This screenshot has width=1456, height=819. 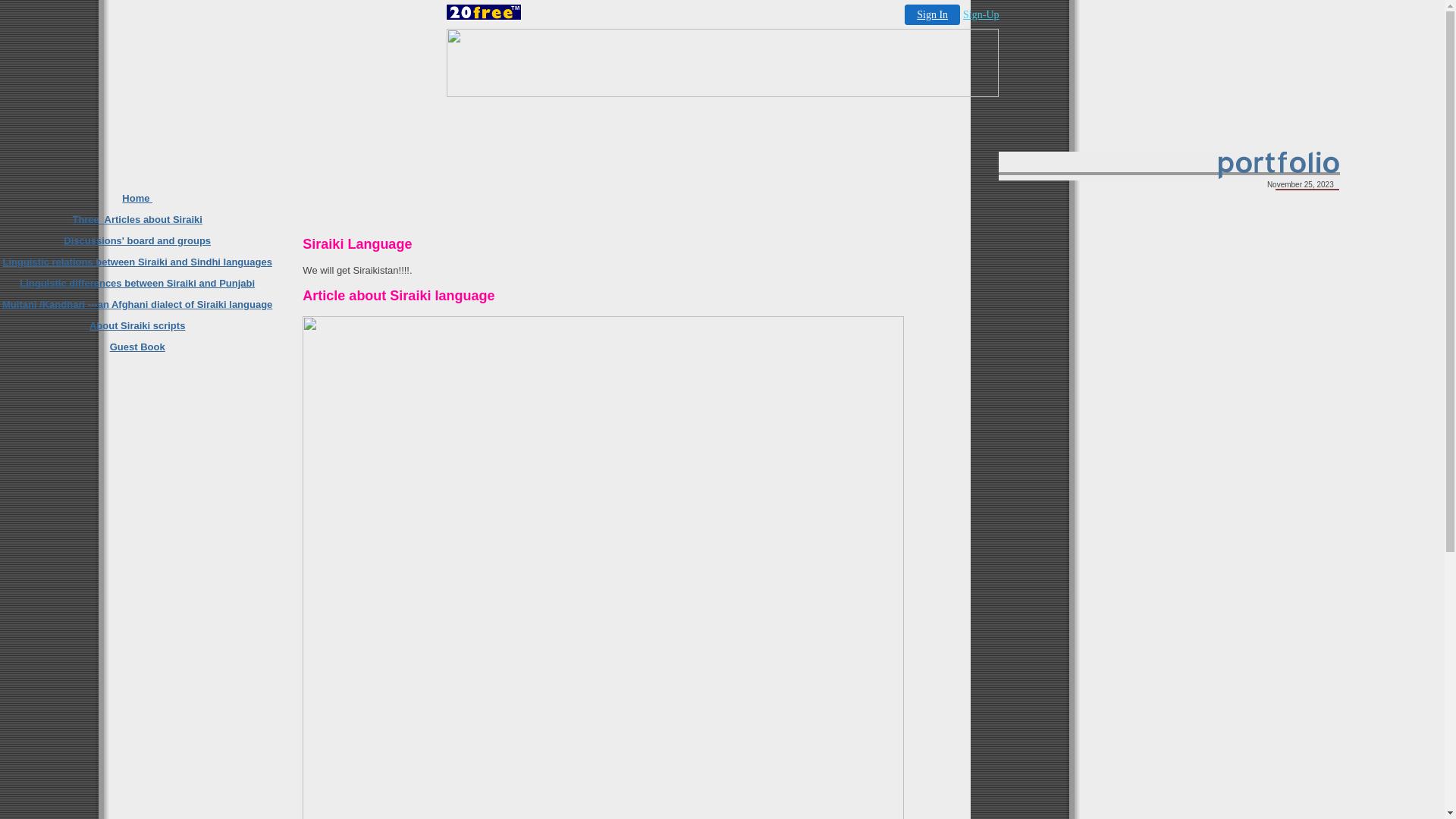 What do you see at coordinates (136, 219) in the screenshot?
I see `'Three  Articles about Siraiki'` at bounding box center [136, 219].